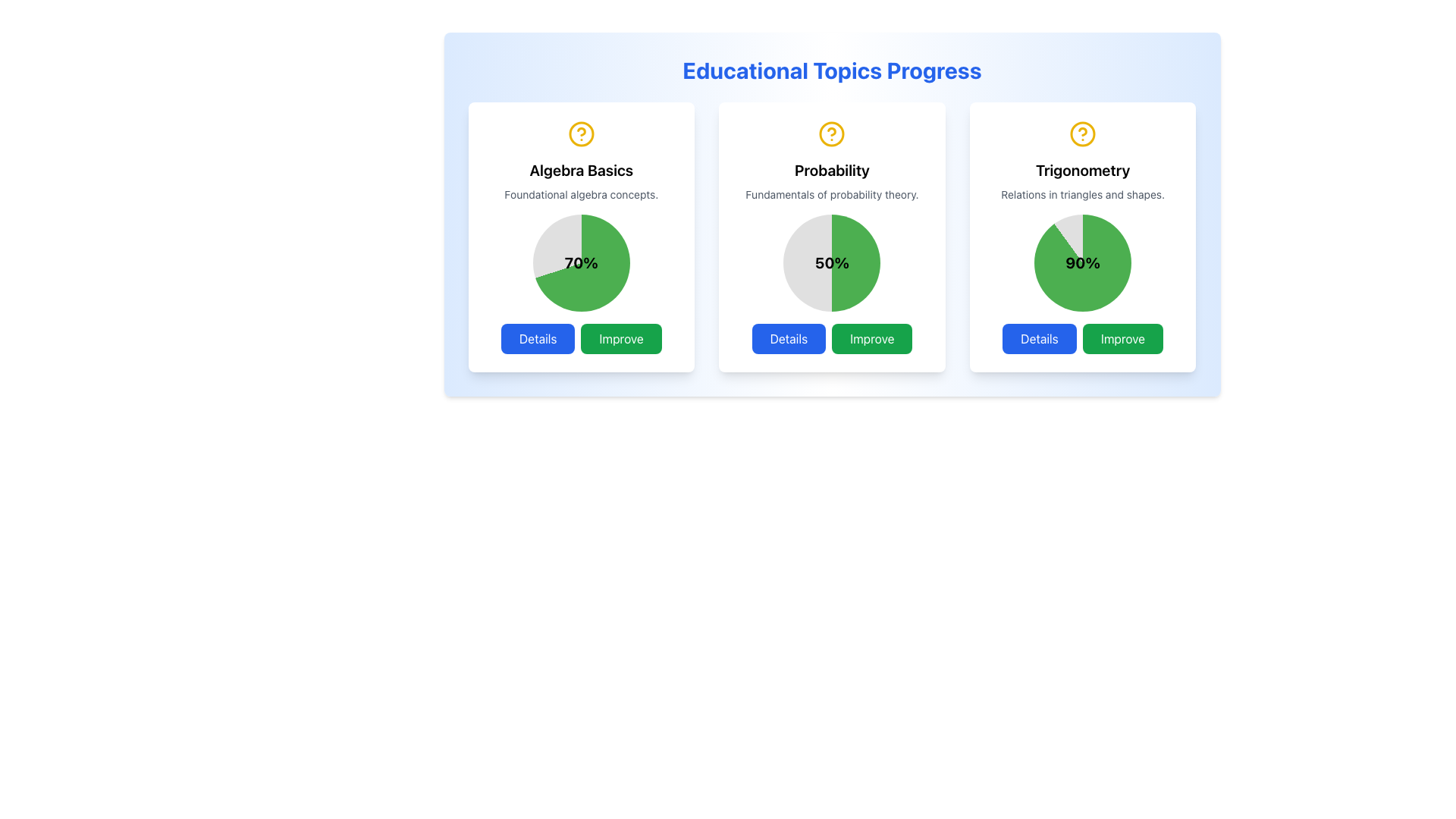 The height and width of the screenshot is (819, 1456). I want to click on the circular shape of the question-mark styled help icon located at the top portion of the first card in a row of three cards, so click(580, 133).